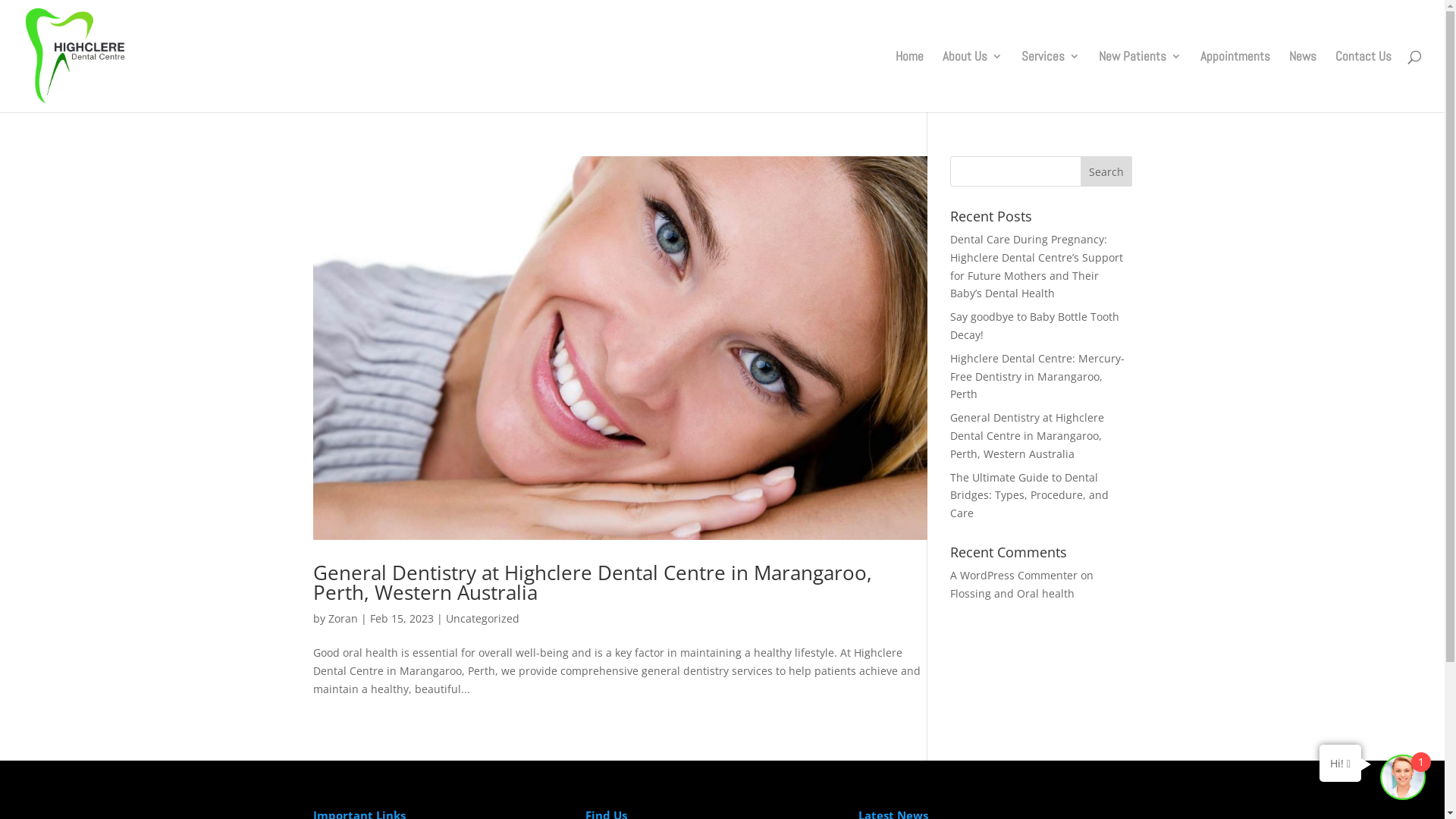 The width and height of the screenshot is (1456, 819). I want to click on 'Appointments', so click(1235, 81).